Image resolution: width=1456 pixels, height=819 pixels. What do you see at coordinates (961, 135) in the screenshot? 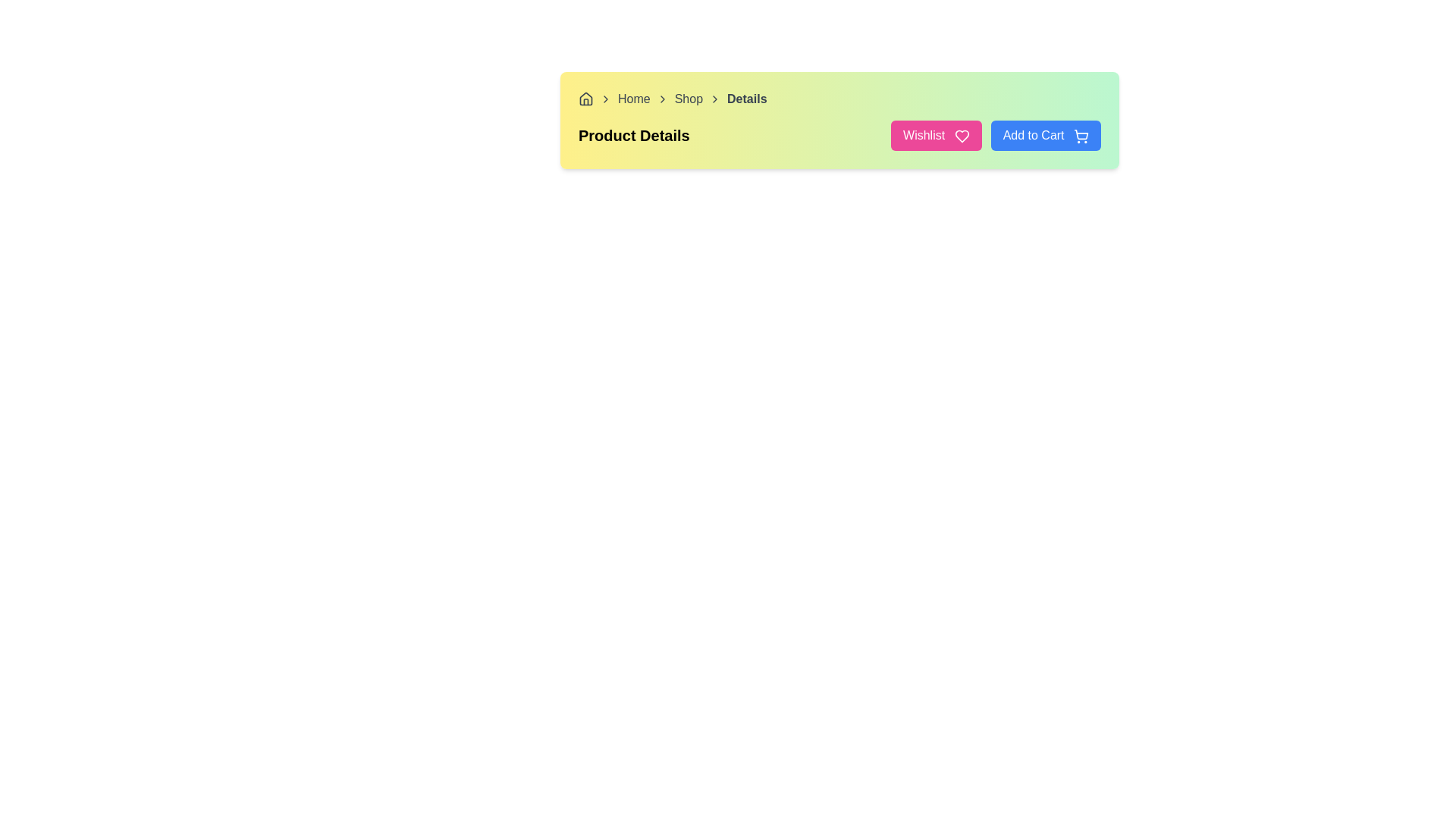
I see `the heart icon within the 'Wishlist' button, which has a minimalist design and a pink background, located on the top-right area of the view` at bounding box center [961, 135].